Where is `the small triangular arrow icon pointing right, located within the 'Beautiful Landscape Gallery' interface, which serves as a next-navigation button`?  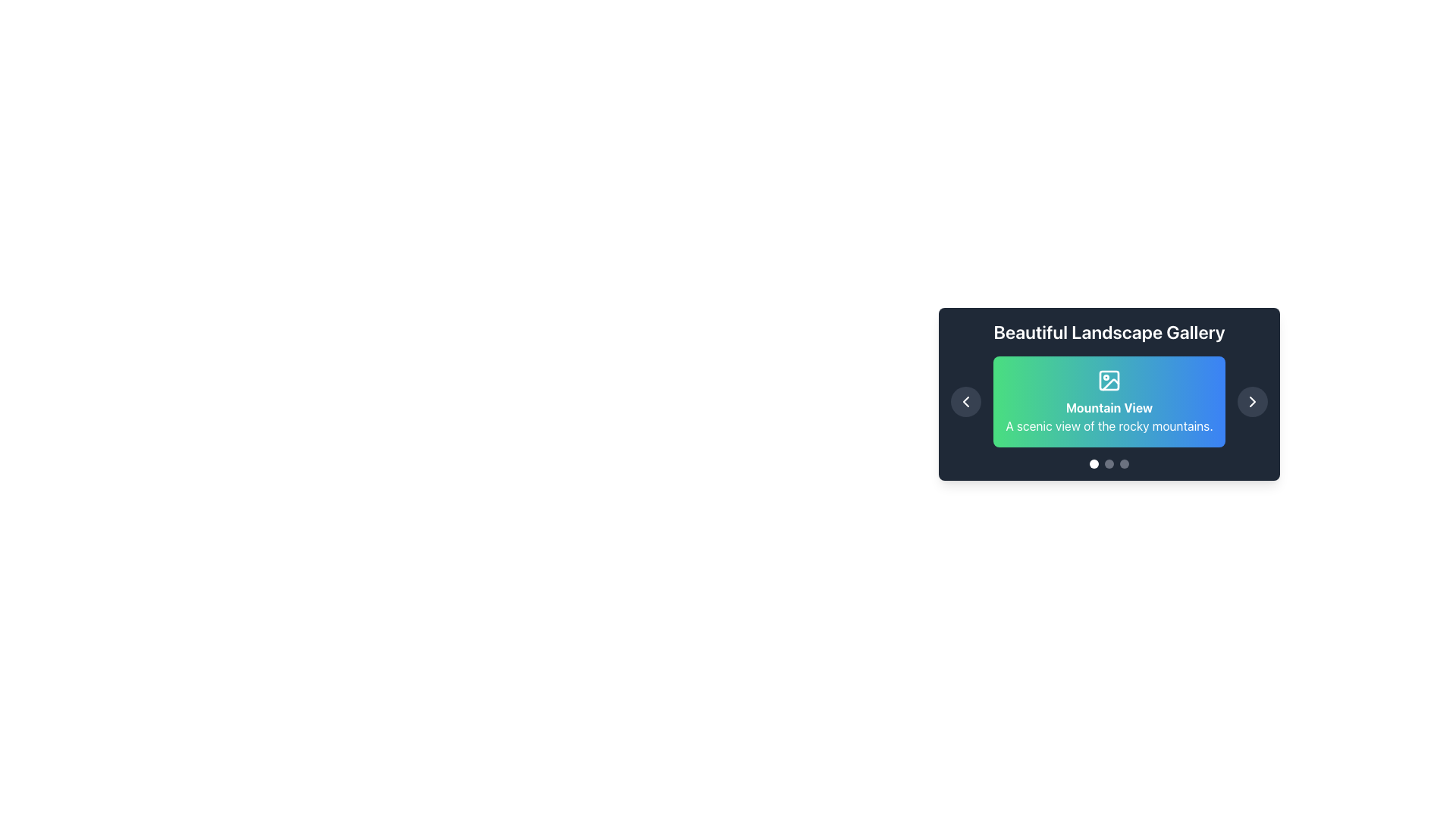
the small triangular arrow icon pointing right, located within the 'Beautiful Landscape Gallery' interface, which serves as a next-navigation button is located at coordinates (1252, 400).